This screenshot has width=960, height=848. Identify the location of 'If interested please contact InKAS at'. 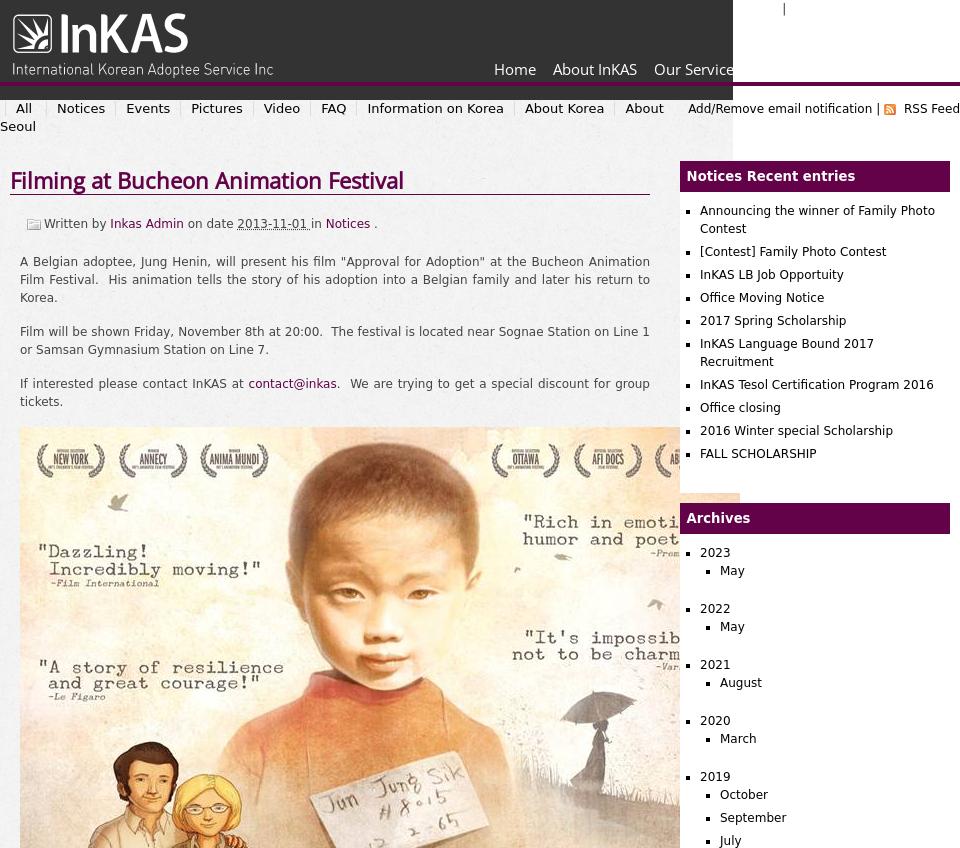
(133, 383).